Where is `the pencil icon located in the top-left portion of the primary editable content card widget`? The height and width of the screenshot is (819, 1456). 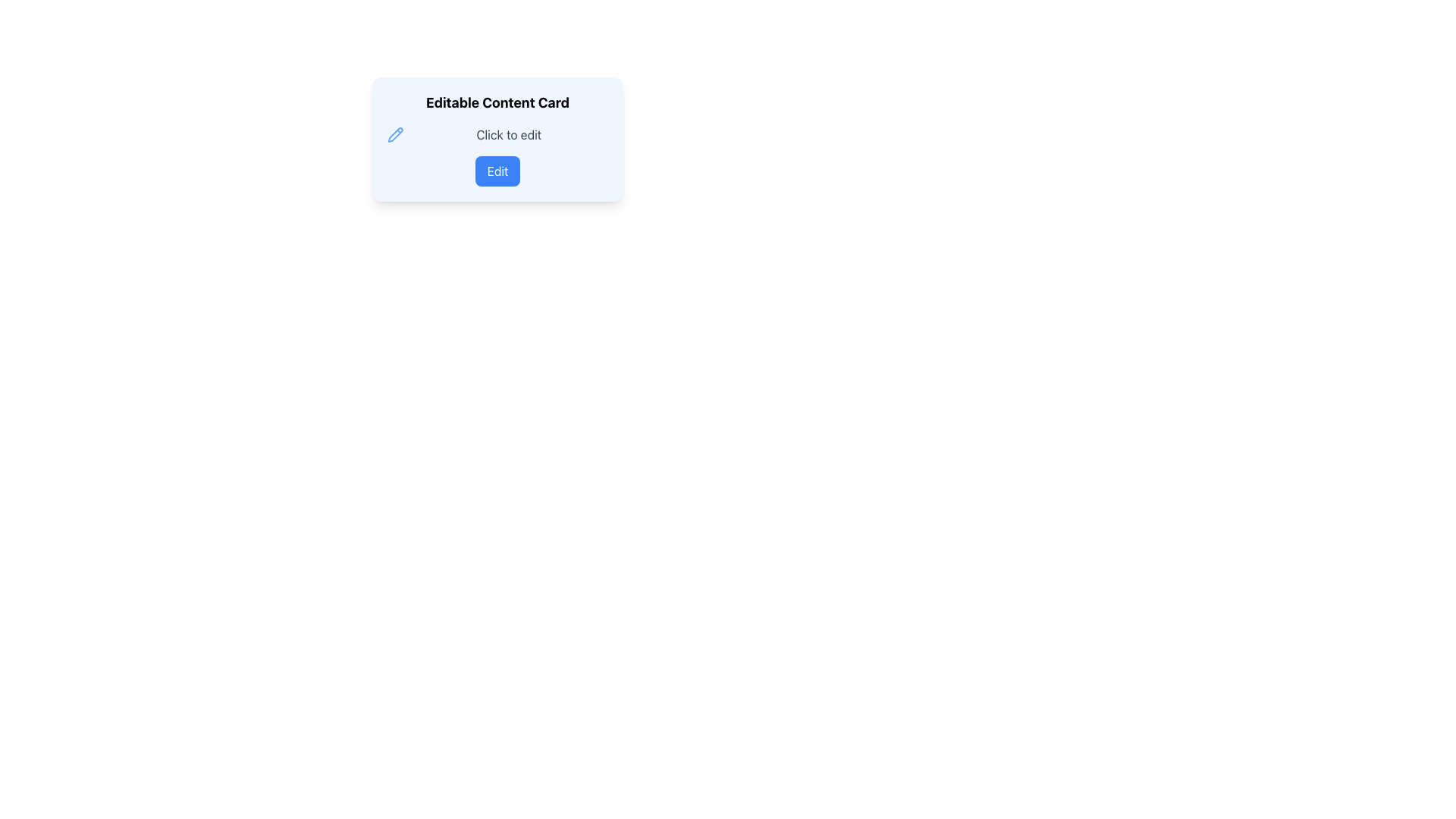 the pencil icon located in the top-left portion of the primary editable content card widget is located at coordinates (395, 133).